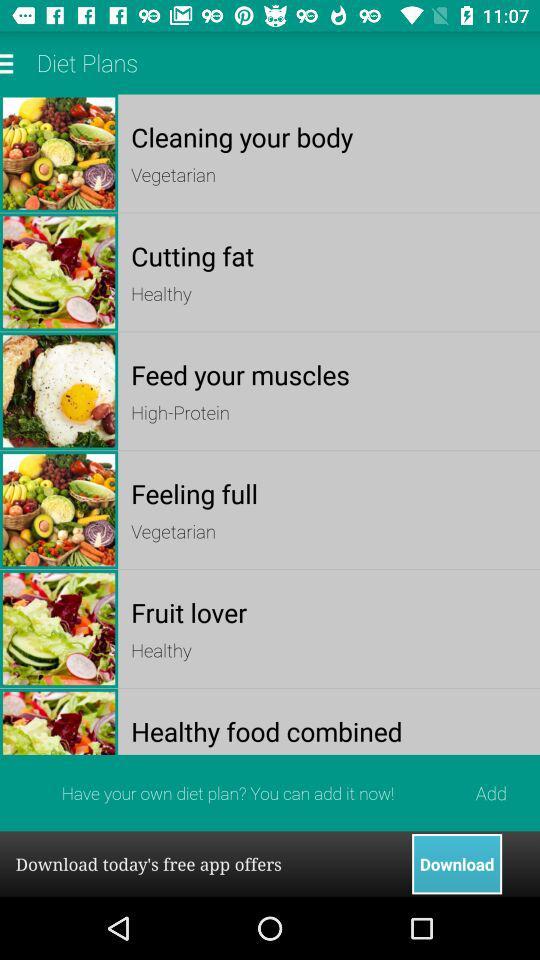  I want to click on feed your muscles icon, so click(329, 373).